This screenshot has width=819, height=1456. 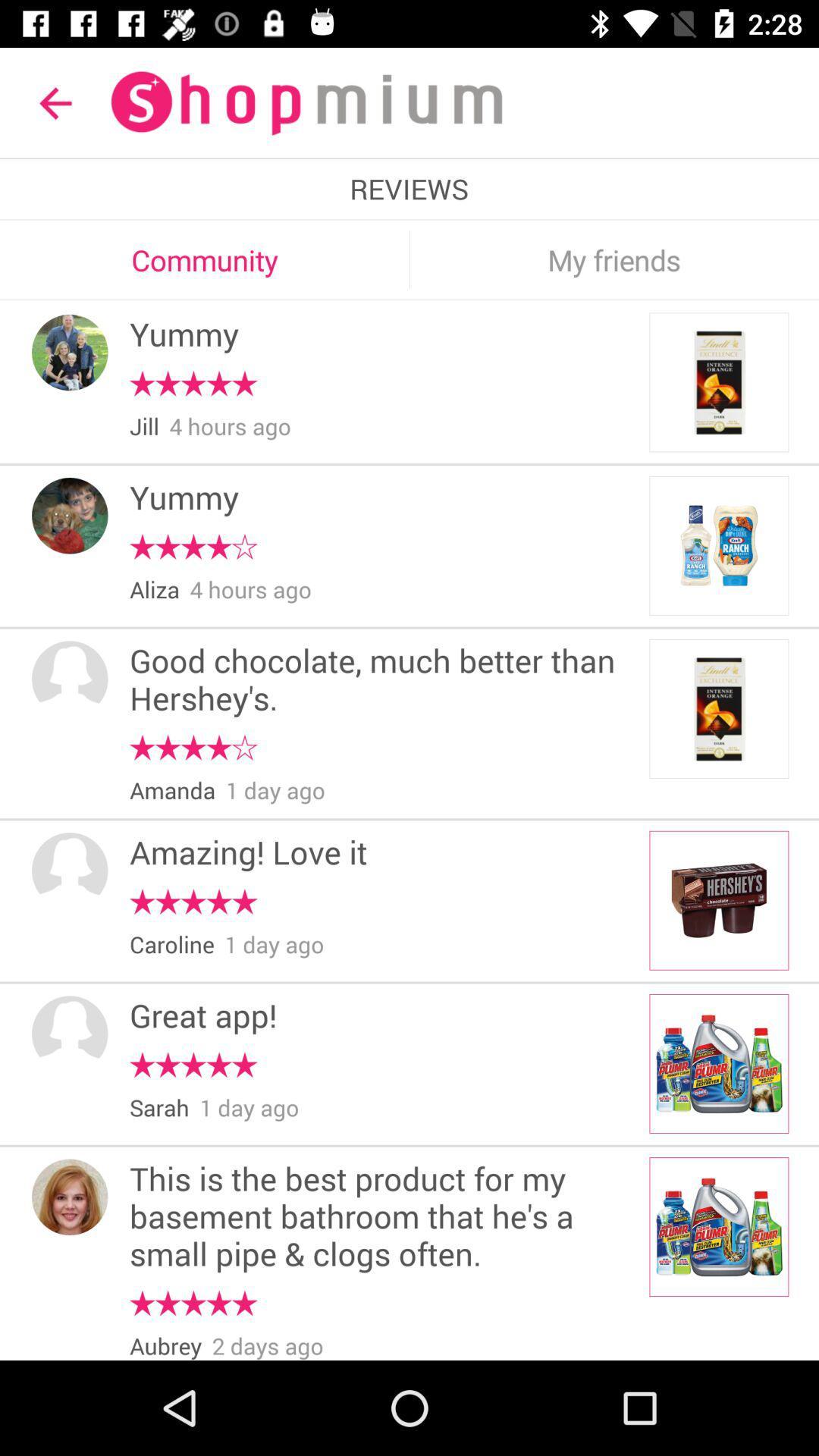 What do you see at coordinates (70, 871) in the screenshot?
I see `the profile icon in the fourth block` at bounding box center [70, 871].